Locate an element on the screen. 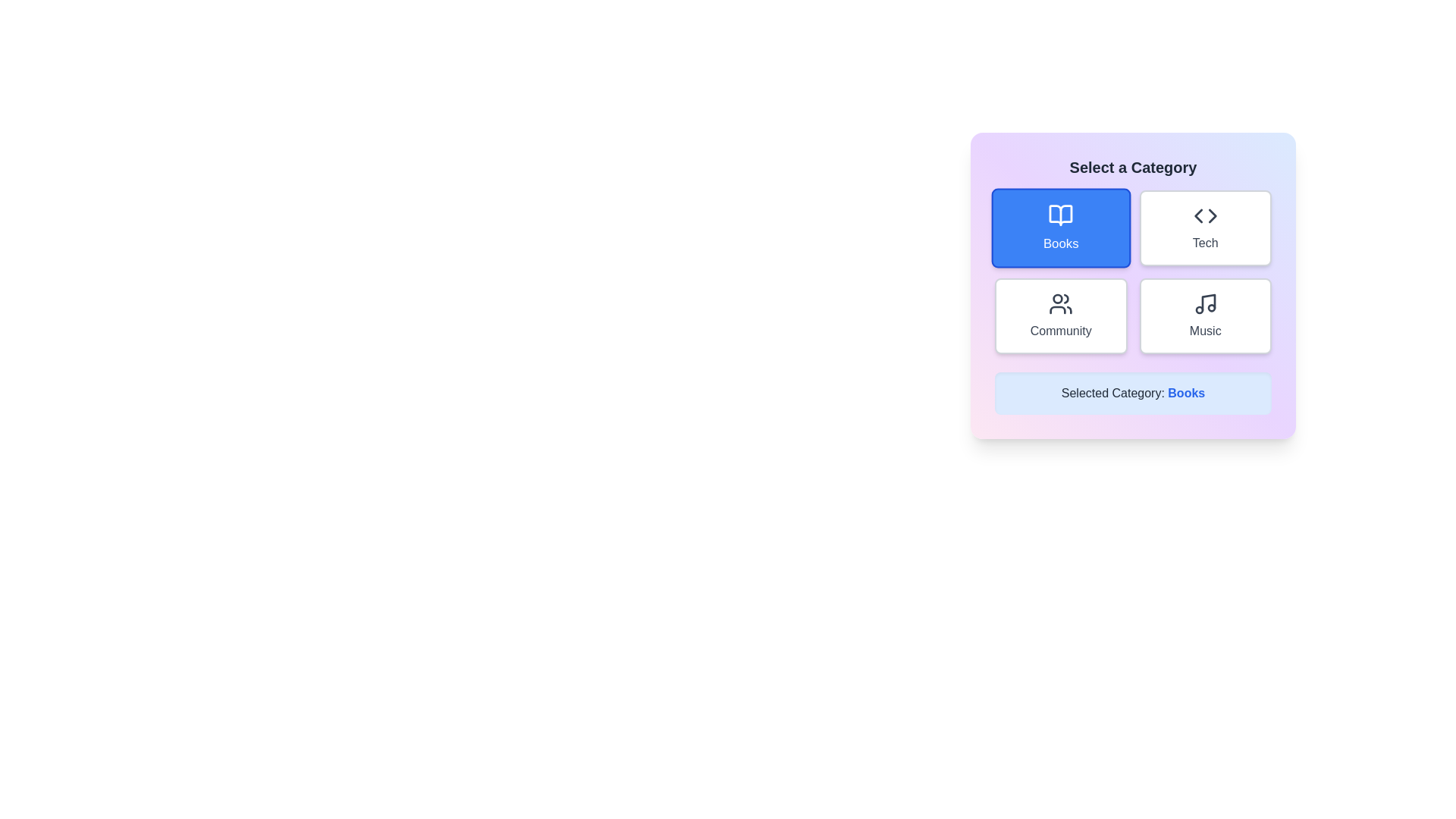 The width and height of the screenshot is (1456, 819). the category button for Books is located at coordinates (1060, 227).